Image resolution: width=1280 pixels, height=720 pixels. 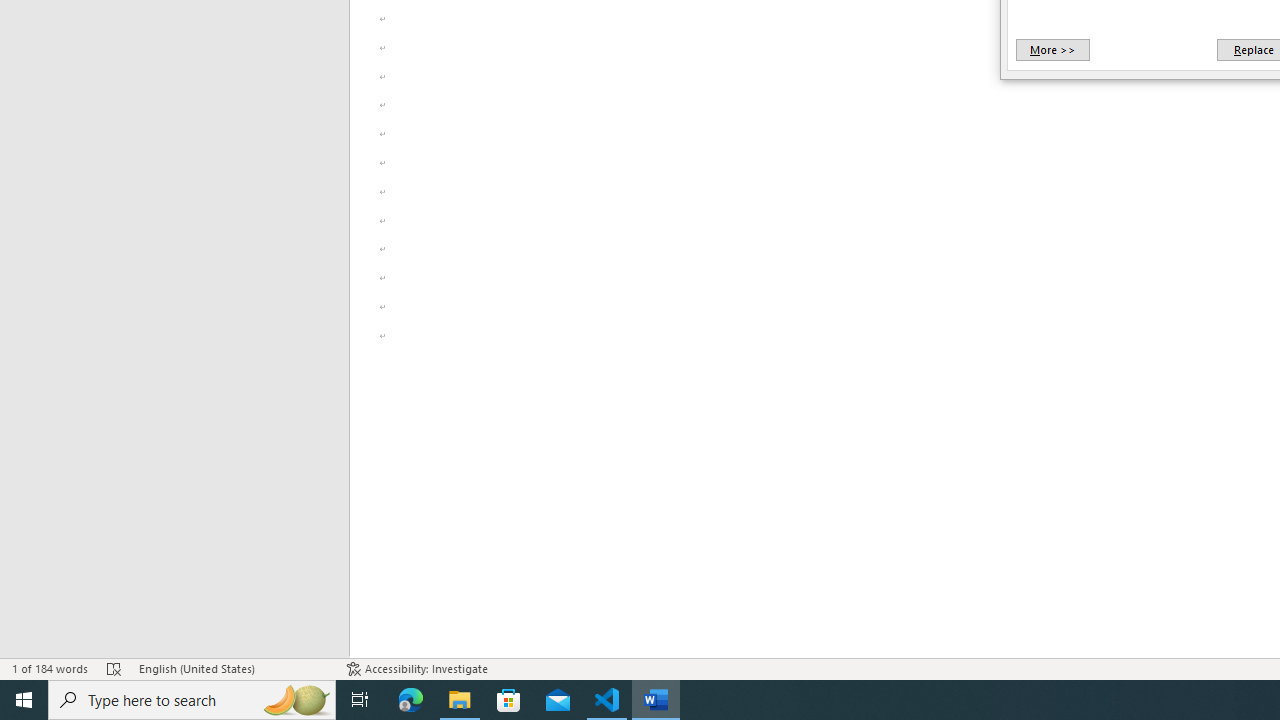 What do you see at coordinates (416, 669) in the screenshot?
I see `'Accessibility Checker Accessibility: Investigate'` at bounding box center [416, 669].